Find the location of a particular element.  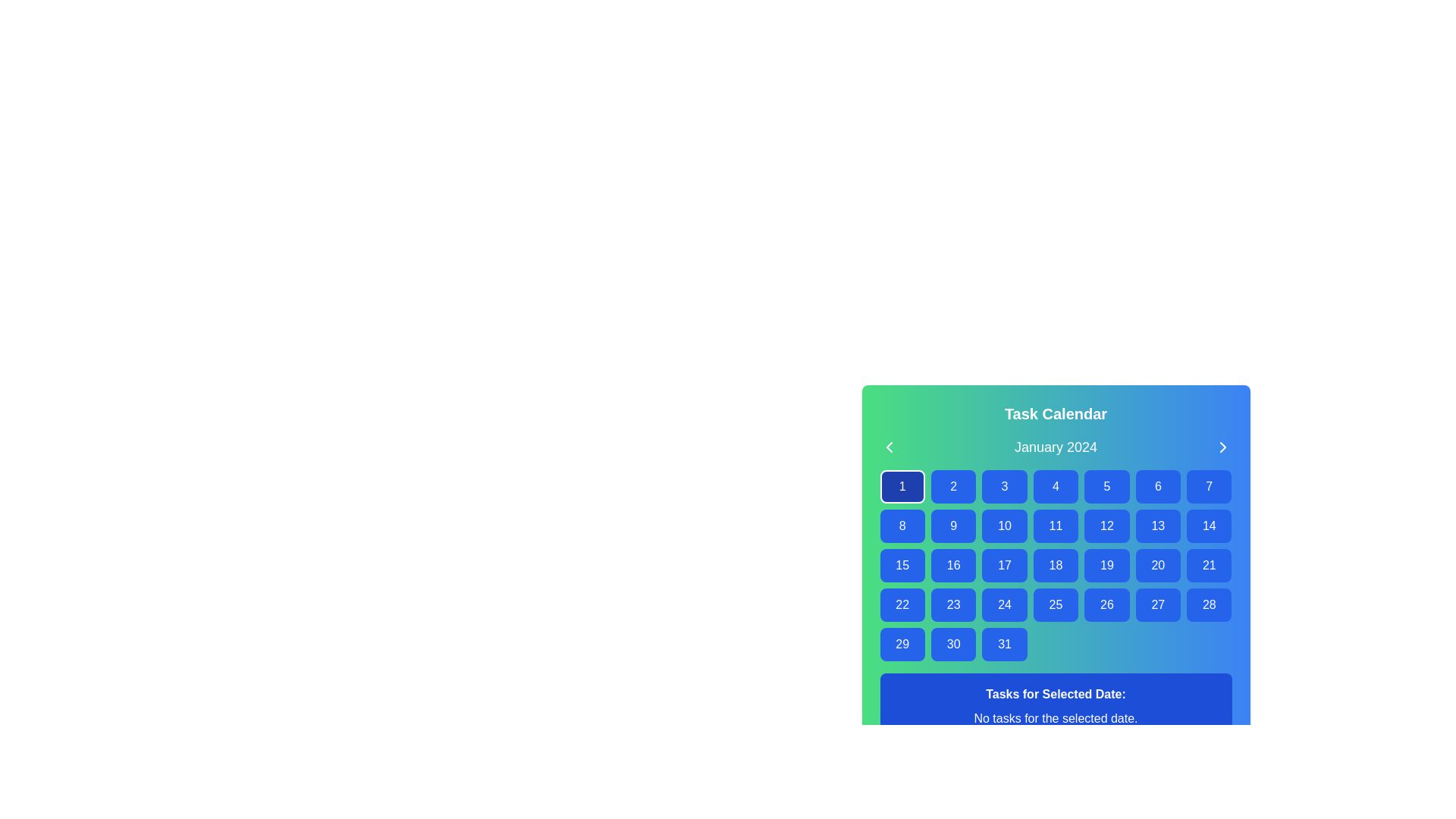

the calendar day cell button for the 30th day located in the bottom row of the calendar grid, specifically the second cell from the left is located at coordinates (952, 644).